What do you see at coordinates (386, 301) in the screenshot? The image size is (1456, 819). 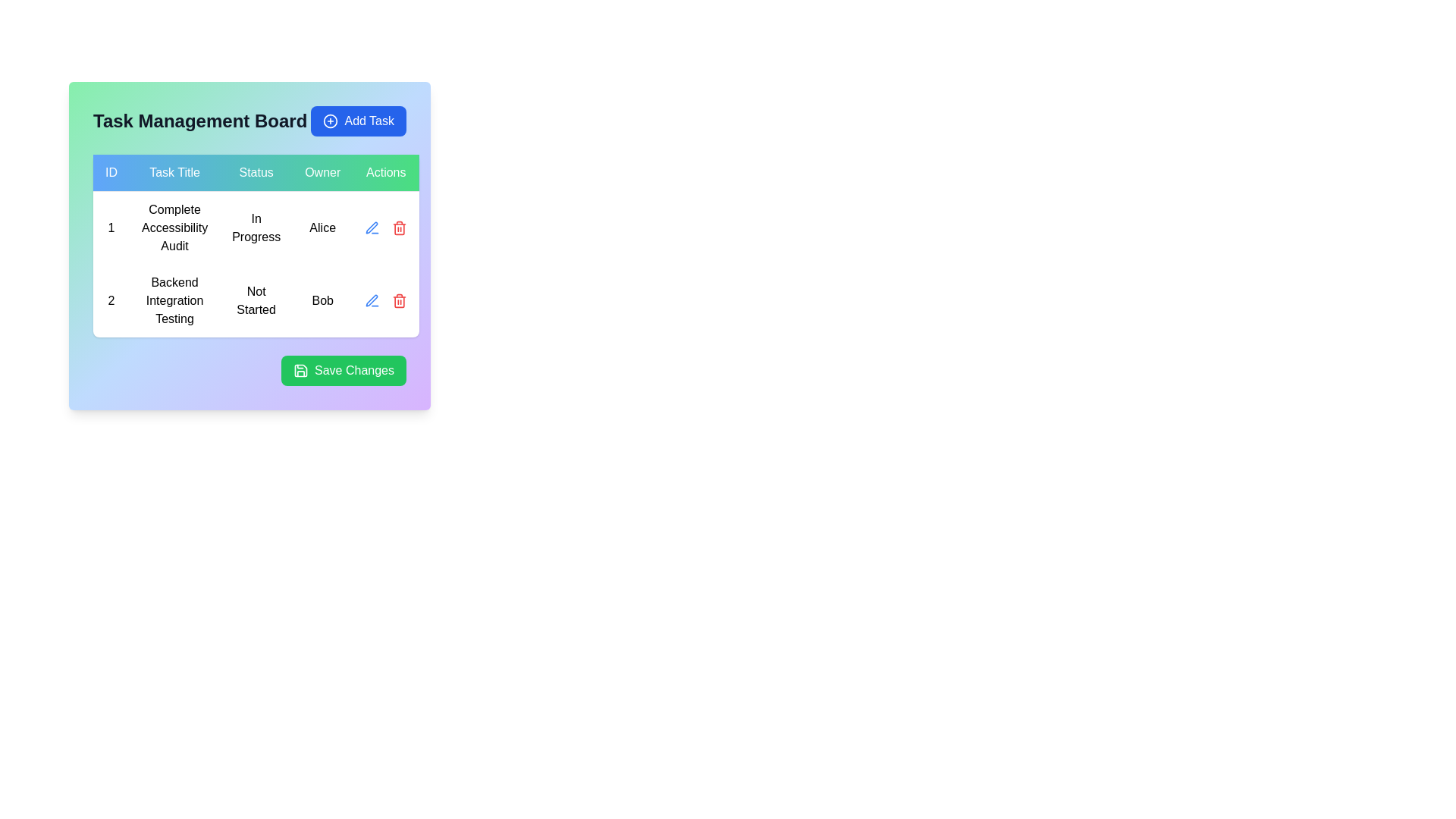 I see `the Icon button located in the last column of the 'Backend Integration Testing' task row` at bounding box center [386, 301].